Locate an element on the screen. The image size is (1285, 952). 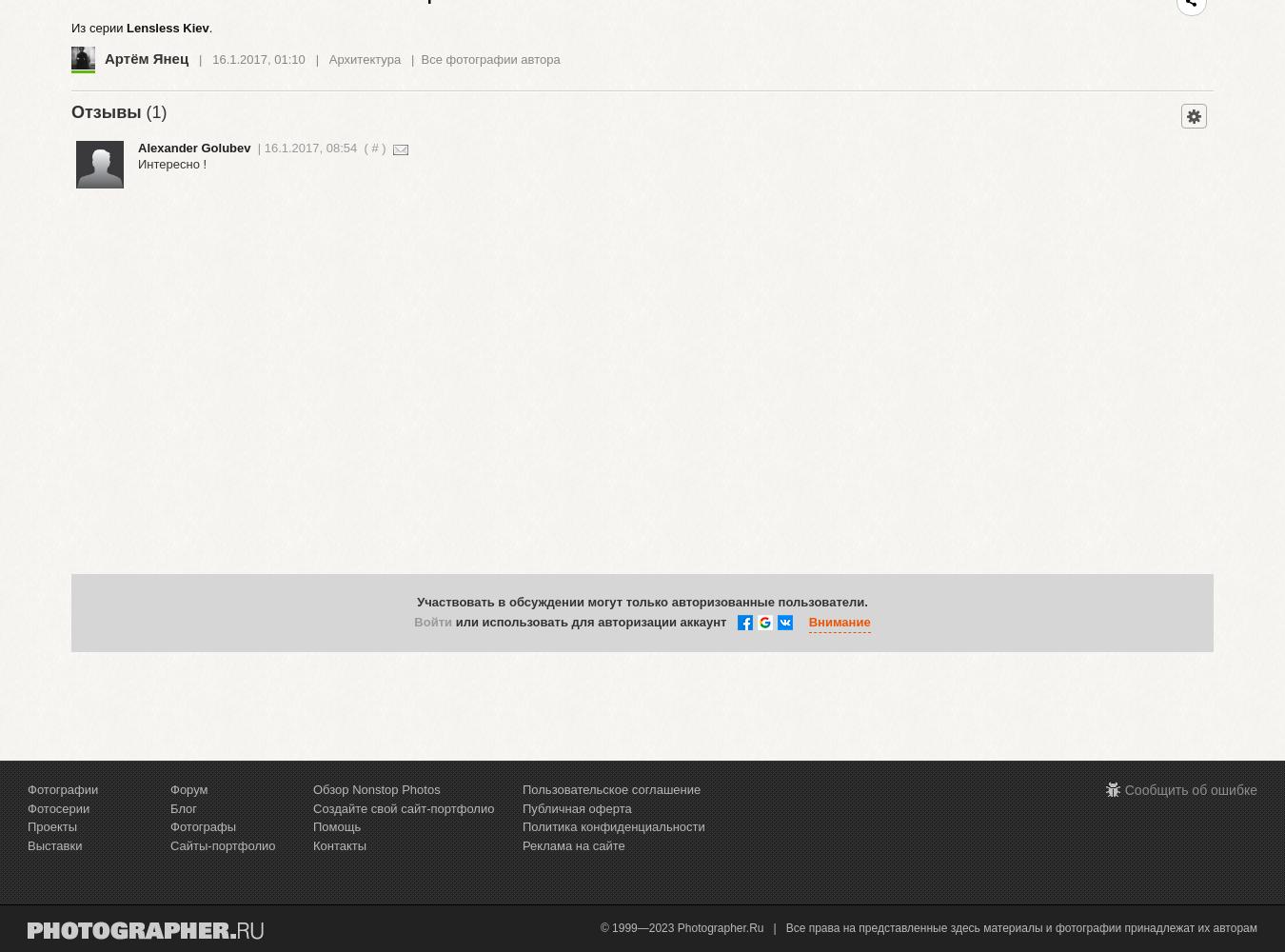
'#' is located at coordinates (374, 147).